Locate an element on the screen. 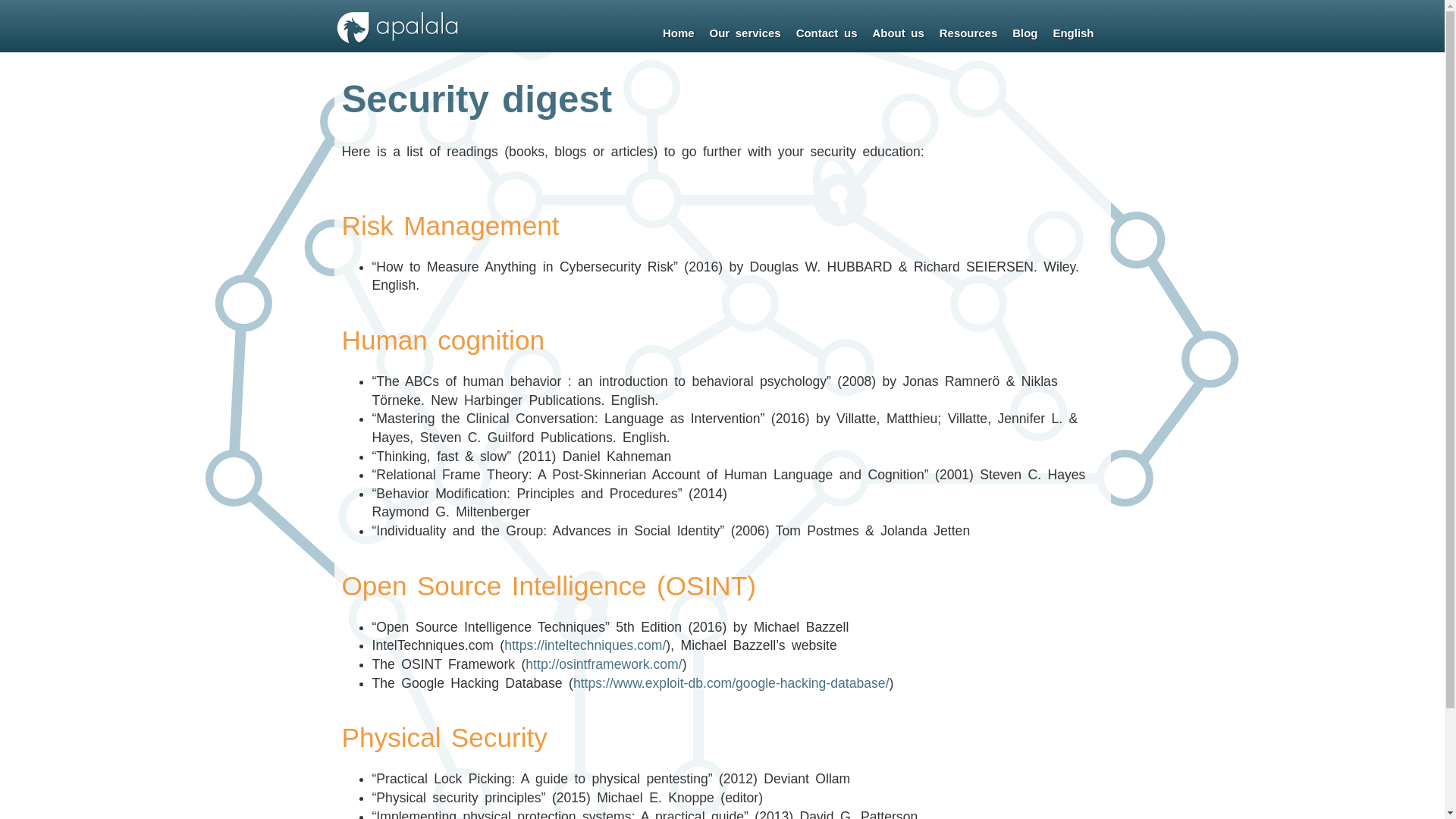 This screenshot has width=1456, height=819. 'English' is located at coordinates (1072, 33).